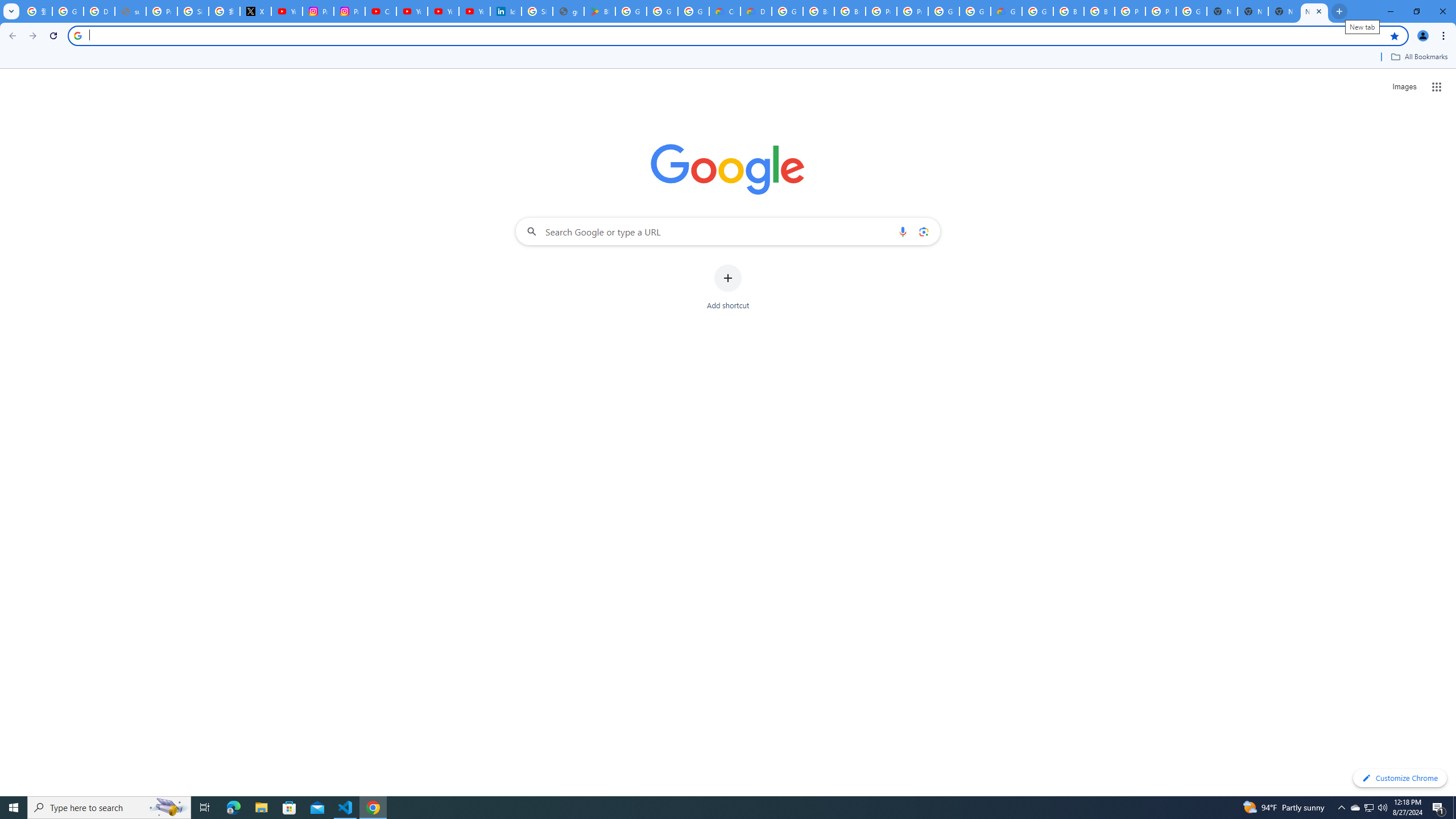  Describe the element at coordinates (599, 11) in the screenshot. I see `'Bluey: Let'` at that location.